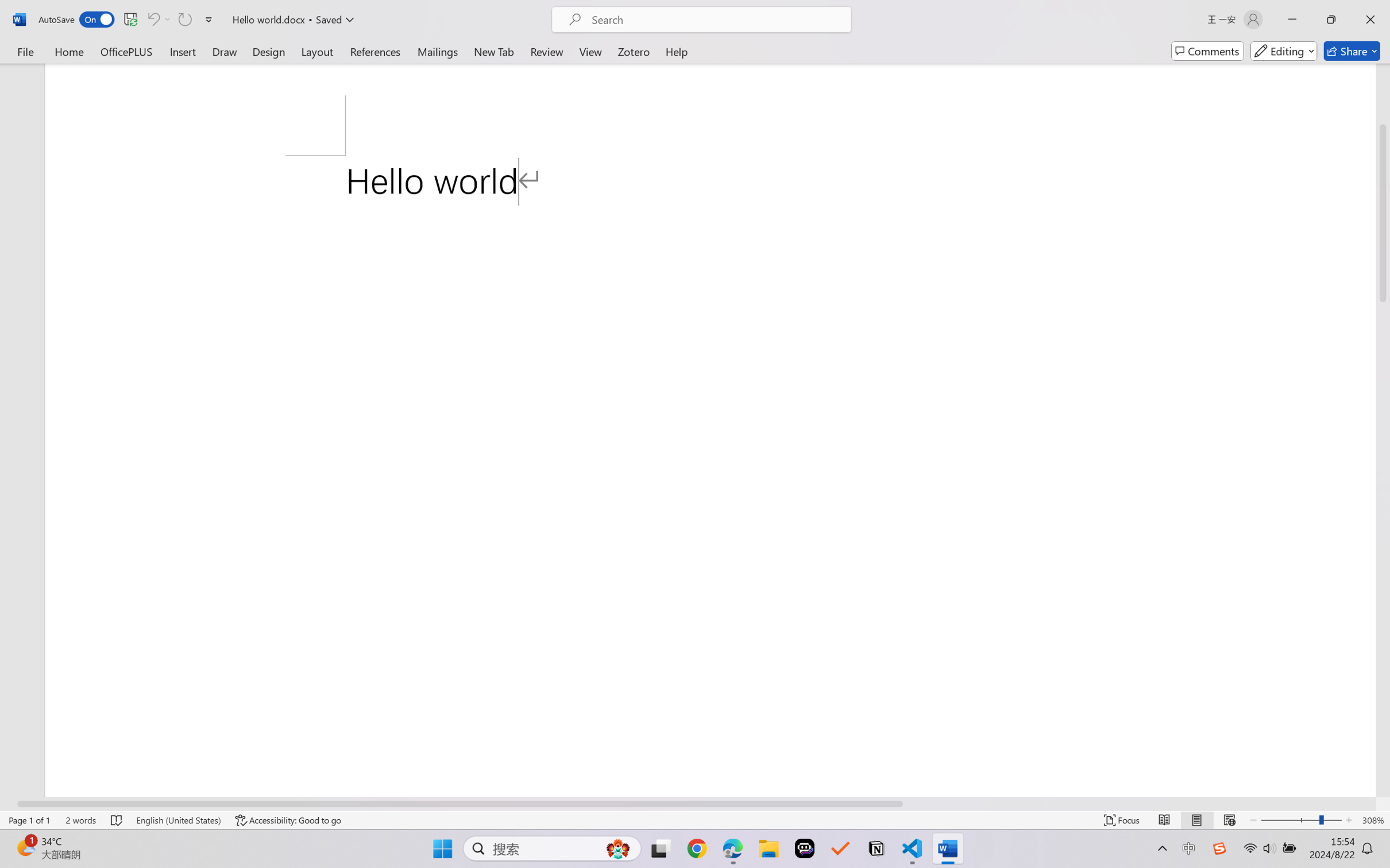 This screenshot has height=868, width=1390. Describe the element at coordinates (157, 19) in the screenshot. I see `'Can'` at that location.